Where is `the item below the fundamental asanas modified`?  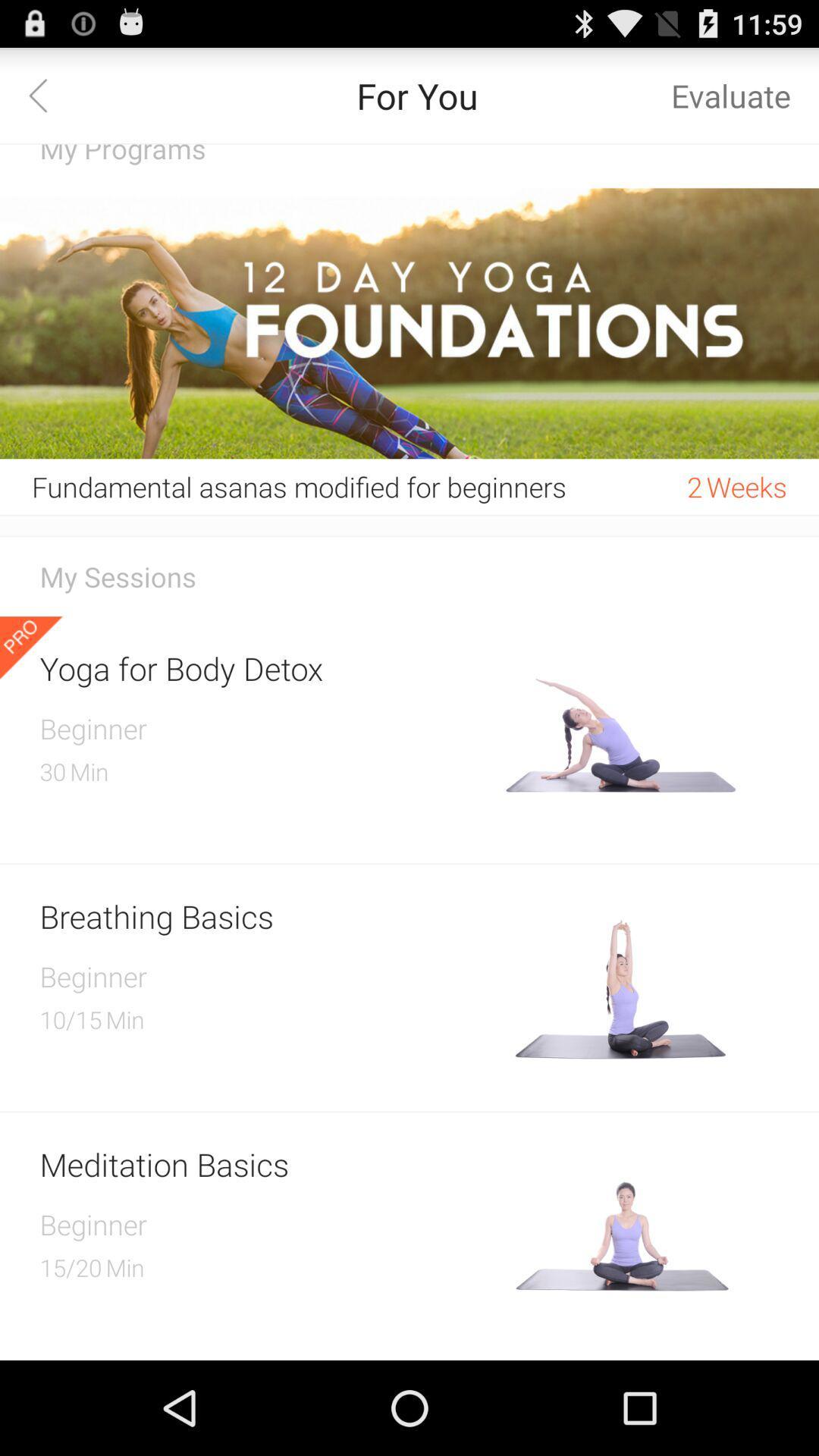
the item below the fundamental asanas modified is located at coordinates (409, 515).